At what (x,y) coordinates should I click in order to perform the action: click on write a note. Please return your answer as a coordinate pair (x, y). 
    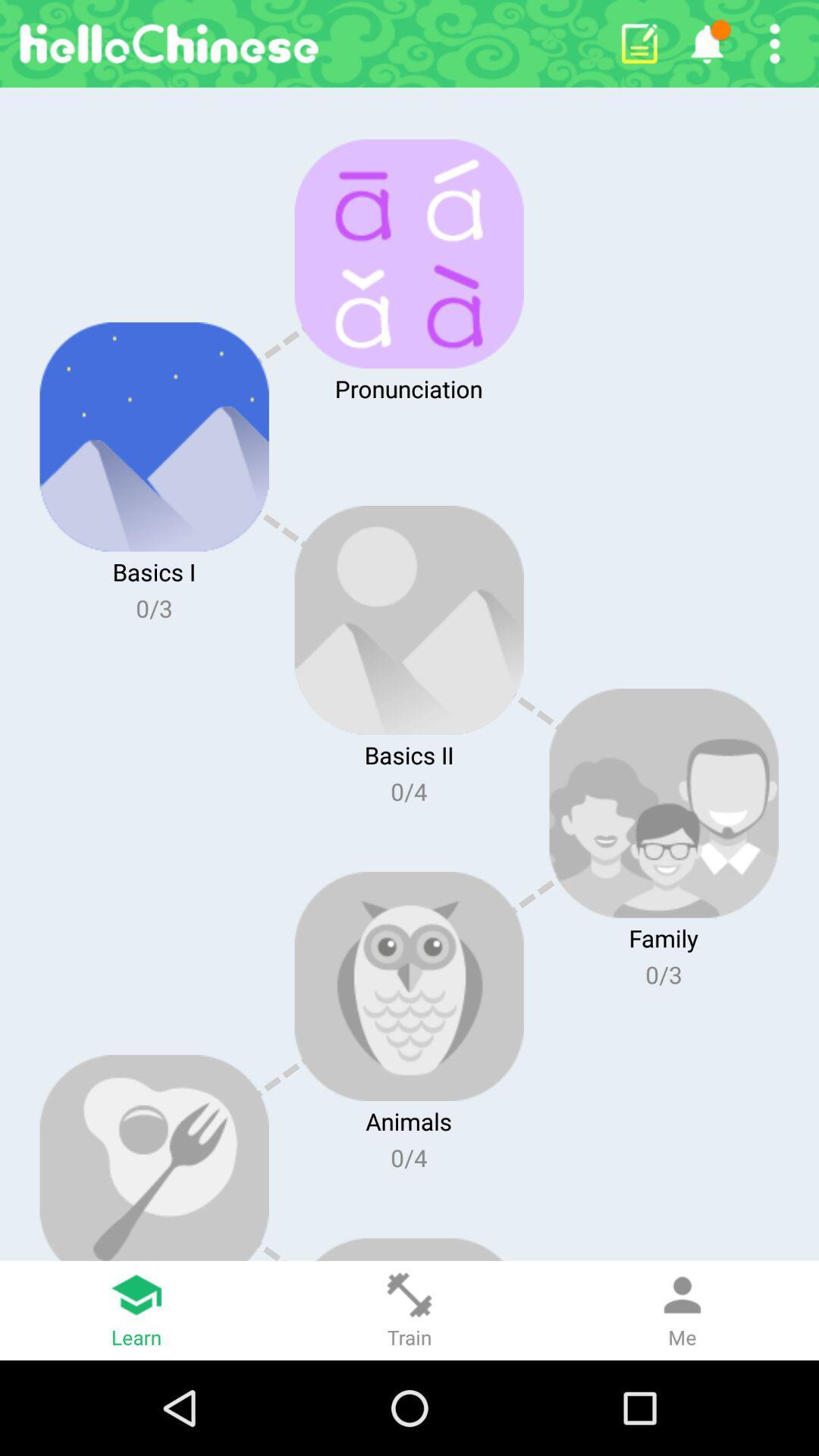
    Looking at the image, I should click on (639, 43).